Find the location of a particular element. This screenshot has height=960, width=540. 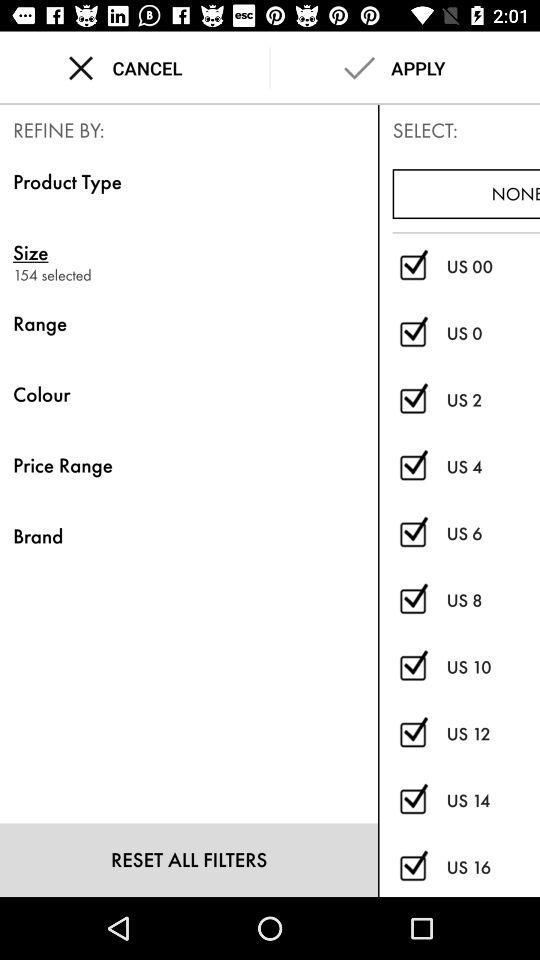

size is located at coordinates (189, 251).